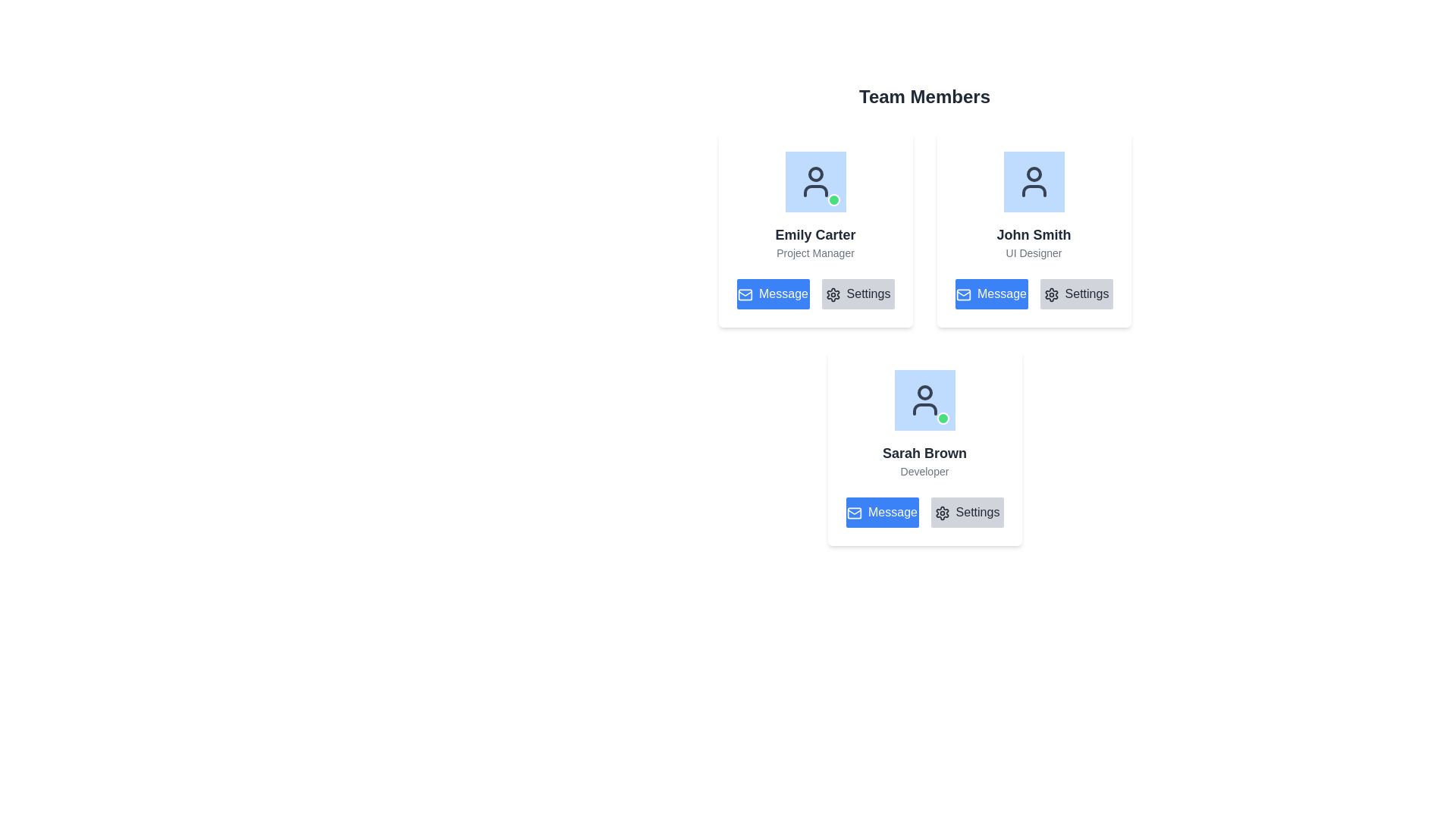 Image resolution: width=1456 pixels, height=819 pixels. I want to click on the text block displaying 'Emily Carter' and the title 'Project Manager' within the first team member profile card, so click(814, 242).